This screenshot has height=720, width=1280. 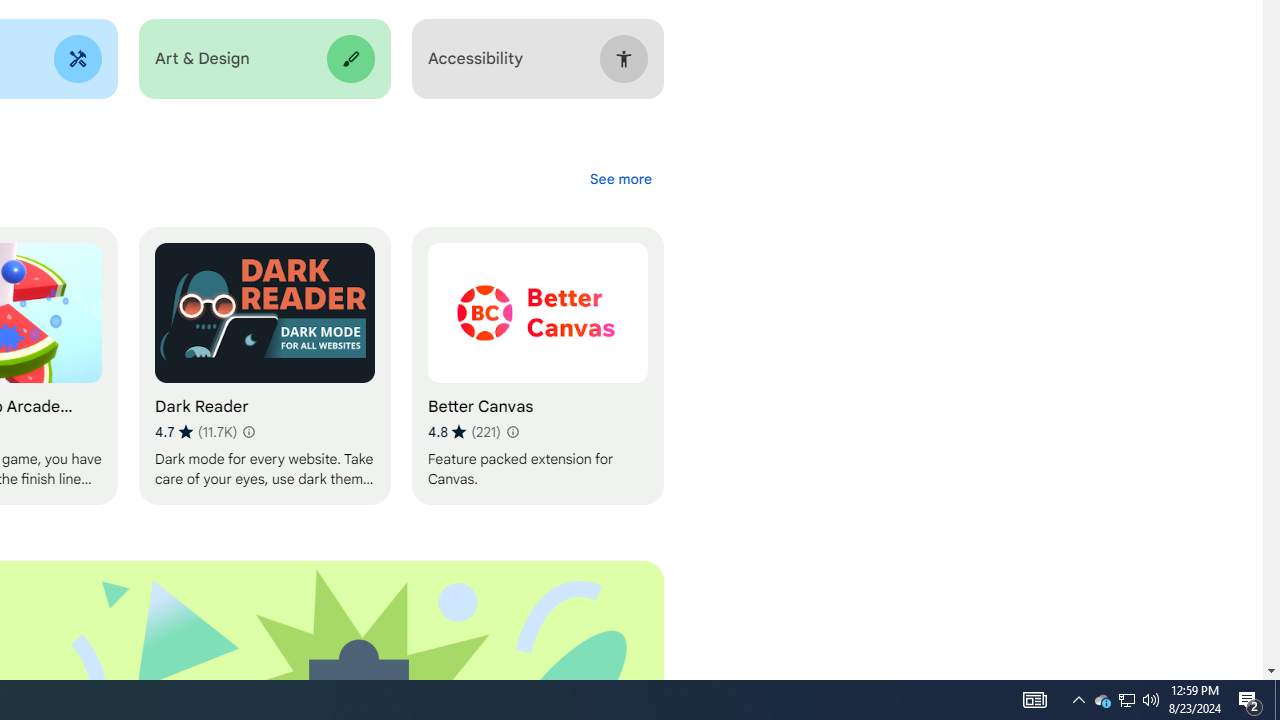 I want to click on 'See more personalized recommendations', so click(x=619, y=178).